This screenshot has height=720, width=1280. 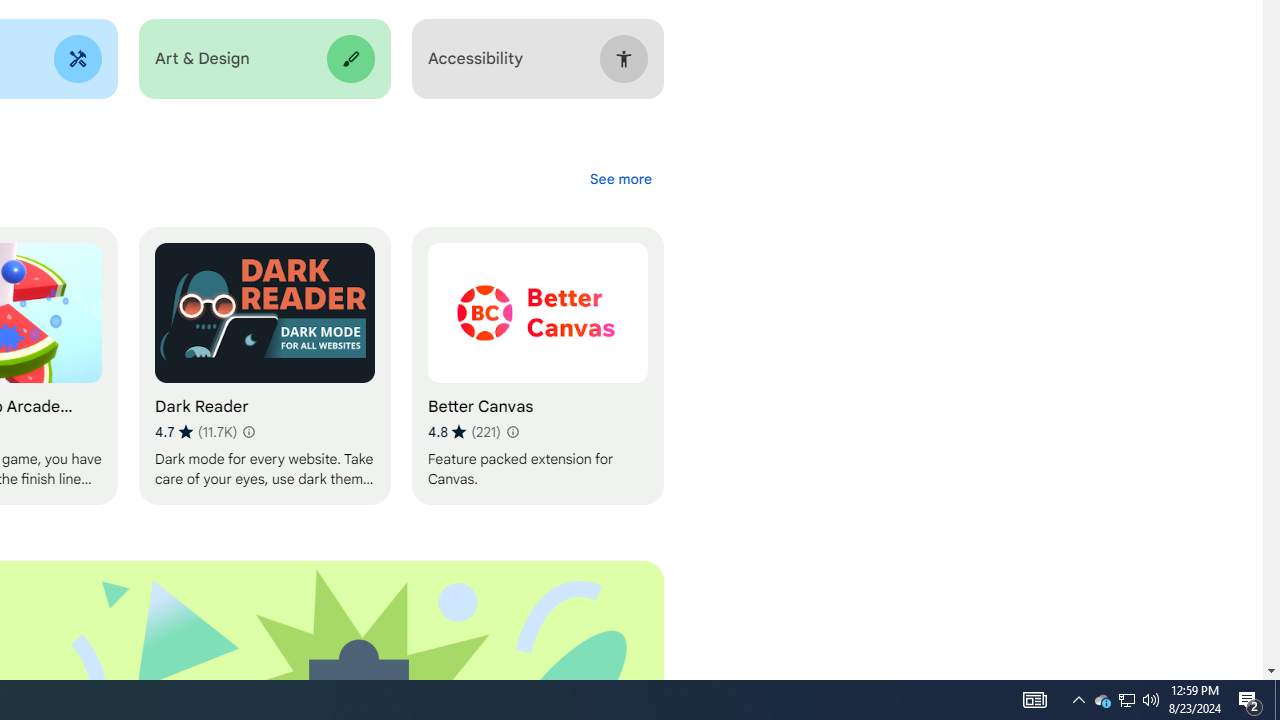 I want to click on 'See more personalized recommendations', so click(x=619, y=178).